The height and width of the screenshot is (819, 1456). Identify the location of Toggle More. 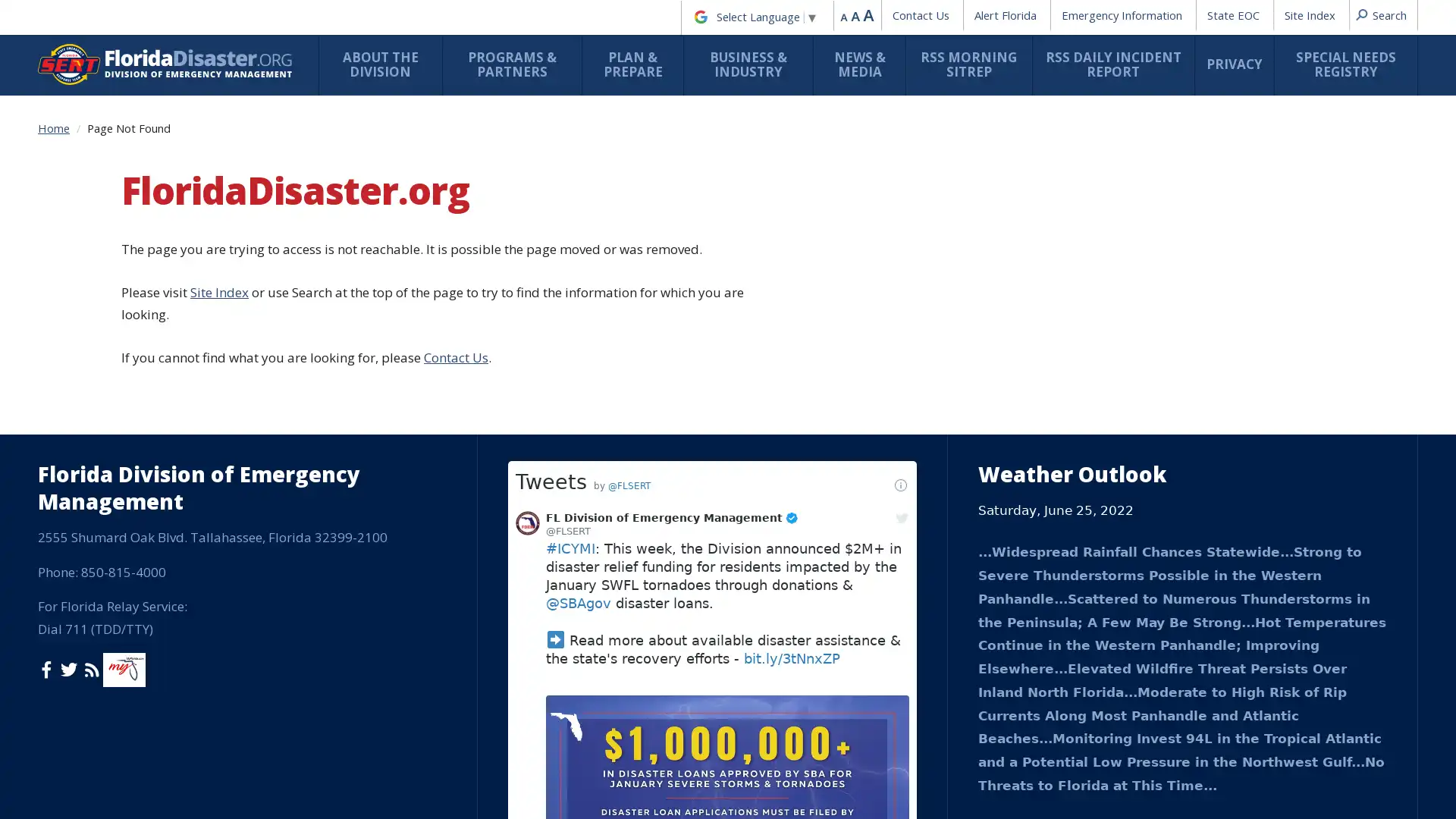
(607, 252).